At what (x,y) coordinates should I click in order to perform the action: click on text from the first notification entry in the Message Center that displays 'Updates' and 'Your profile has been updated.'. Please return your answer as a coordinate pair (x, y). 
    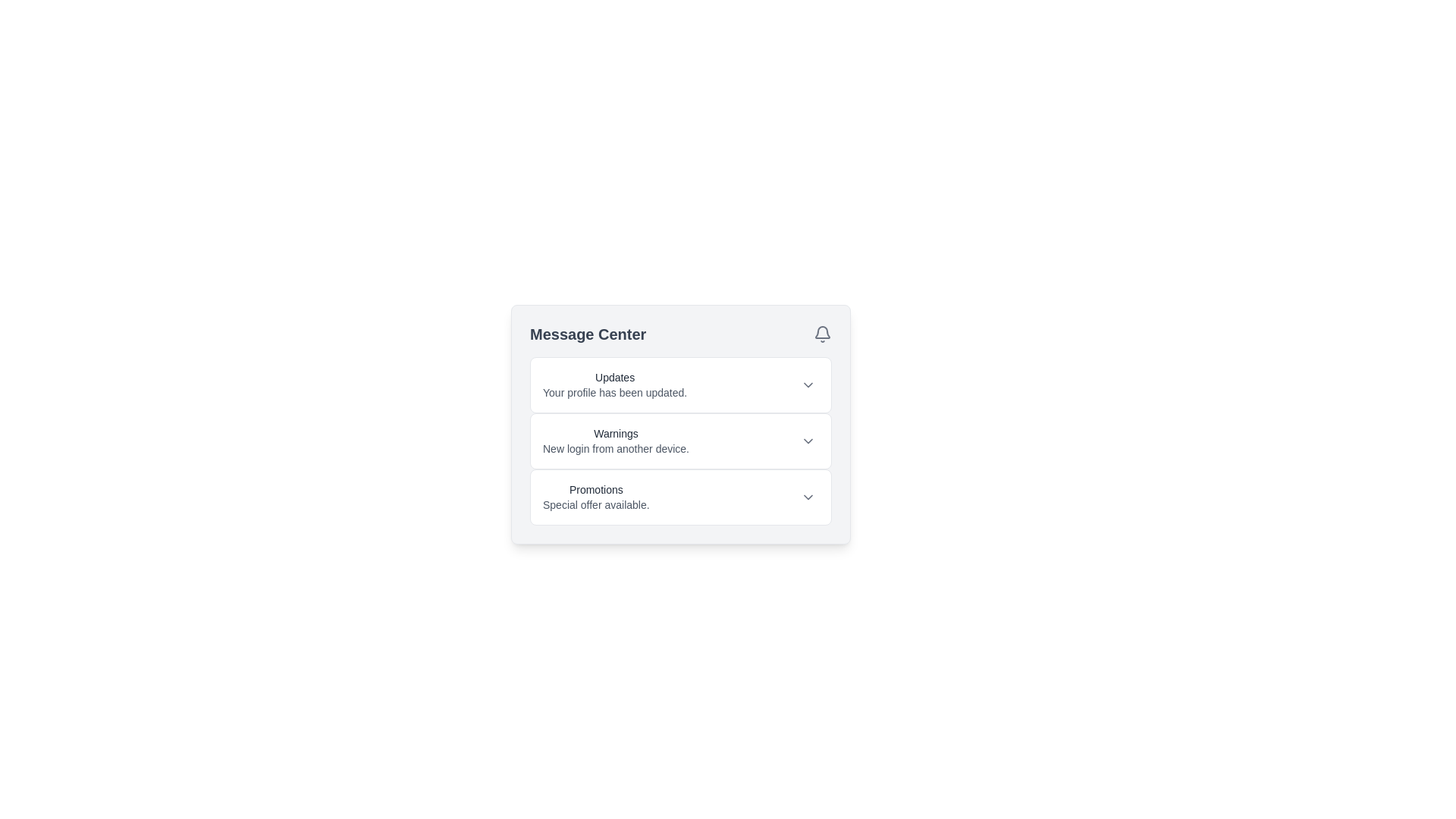
    Looking at the image, I should click on (615, 384).